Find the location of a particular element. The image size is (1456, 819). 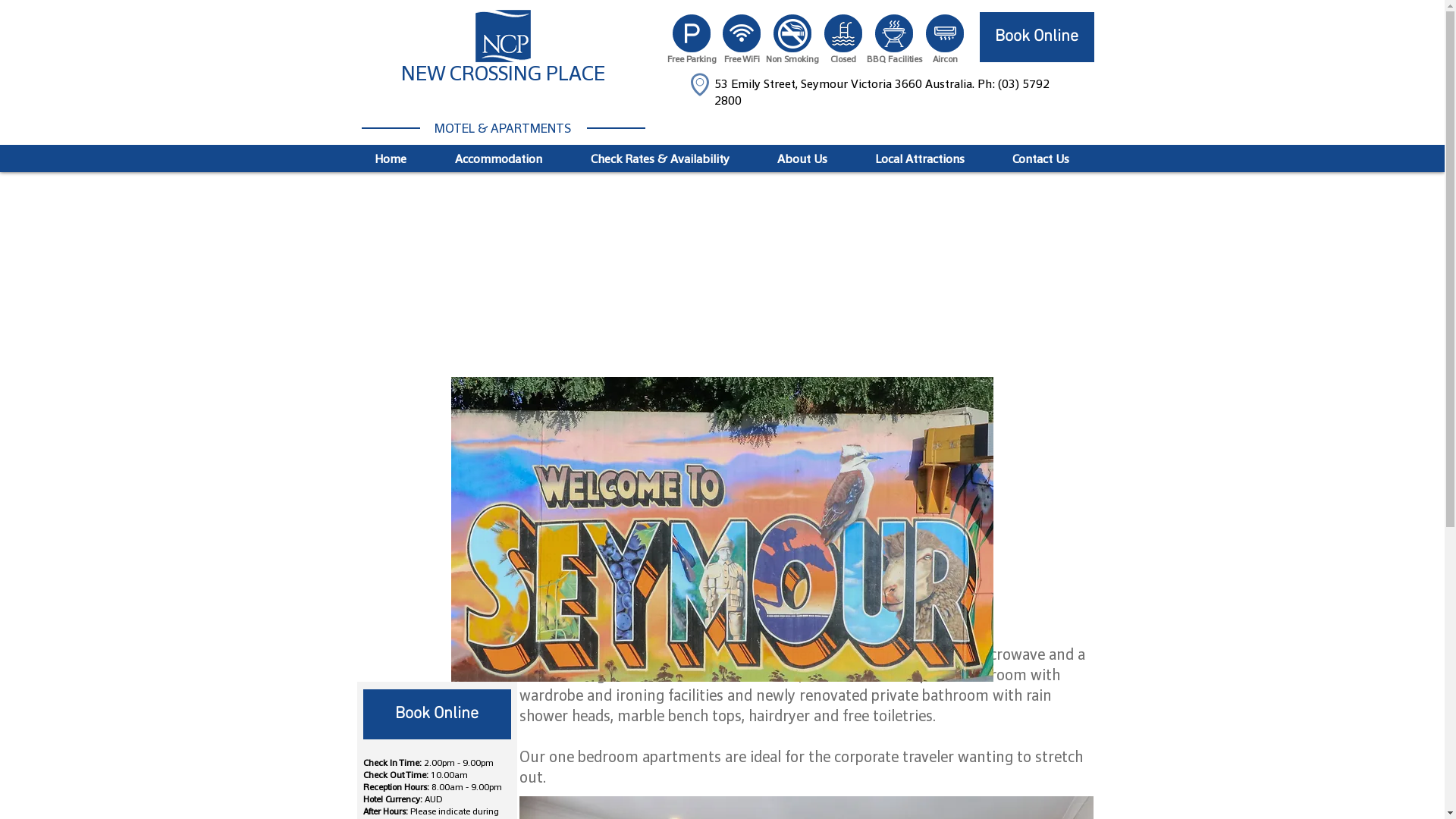

'Contact Us' is located at coordinates (989, 158).